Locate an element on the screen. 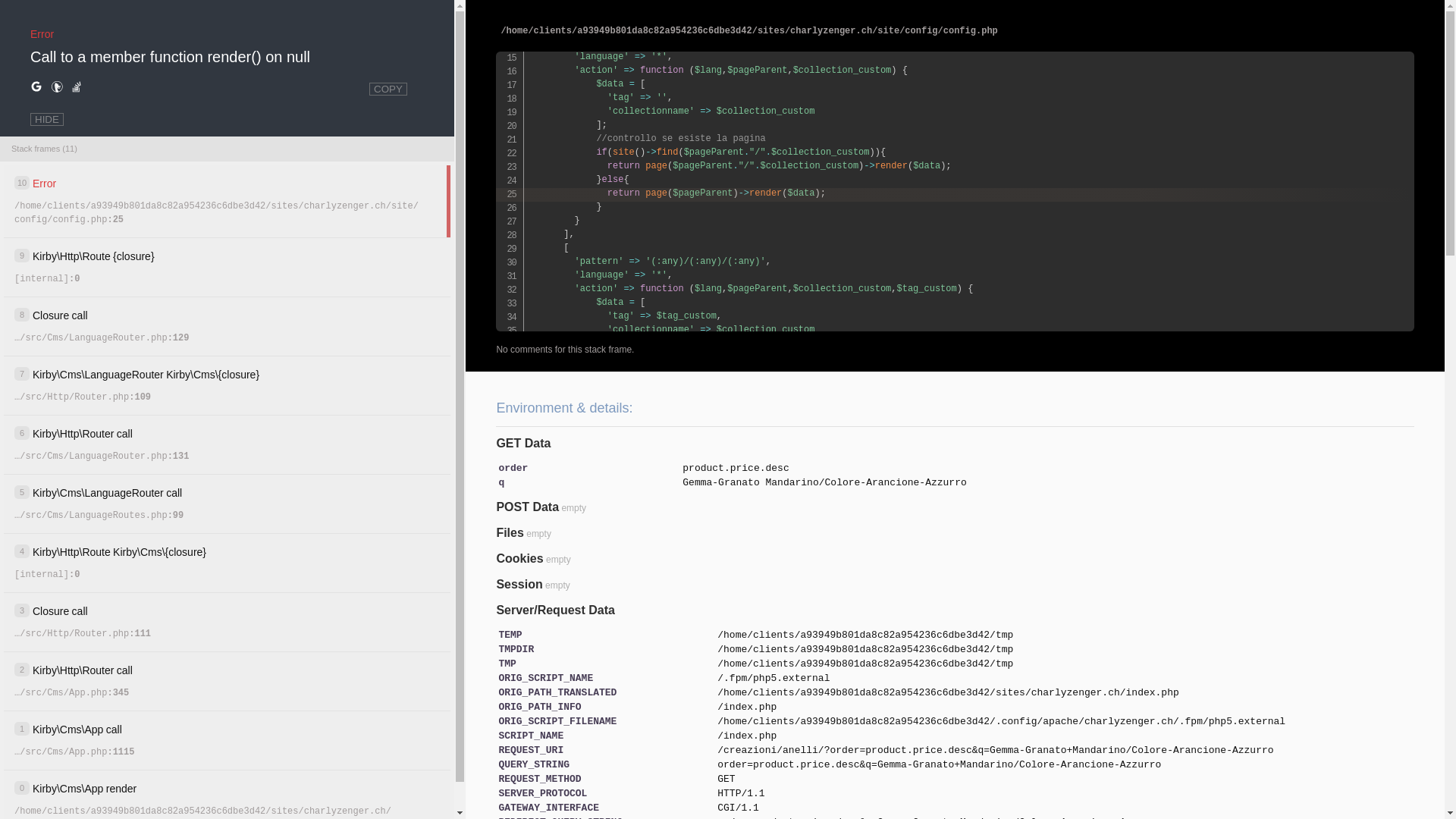 This screenshot has width=1456, height=819. 'Search for help on Stack Overflow.' is located at coordinates (75, 87).